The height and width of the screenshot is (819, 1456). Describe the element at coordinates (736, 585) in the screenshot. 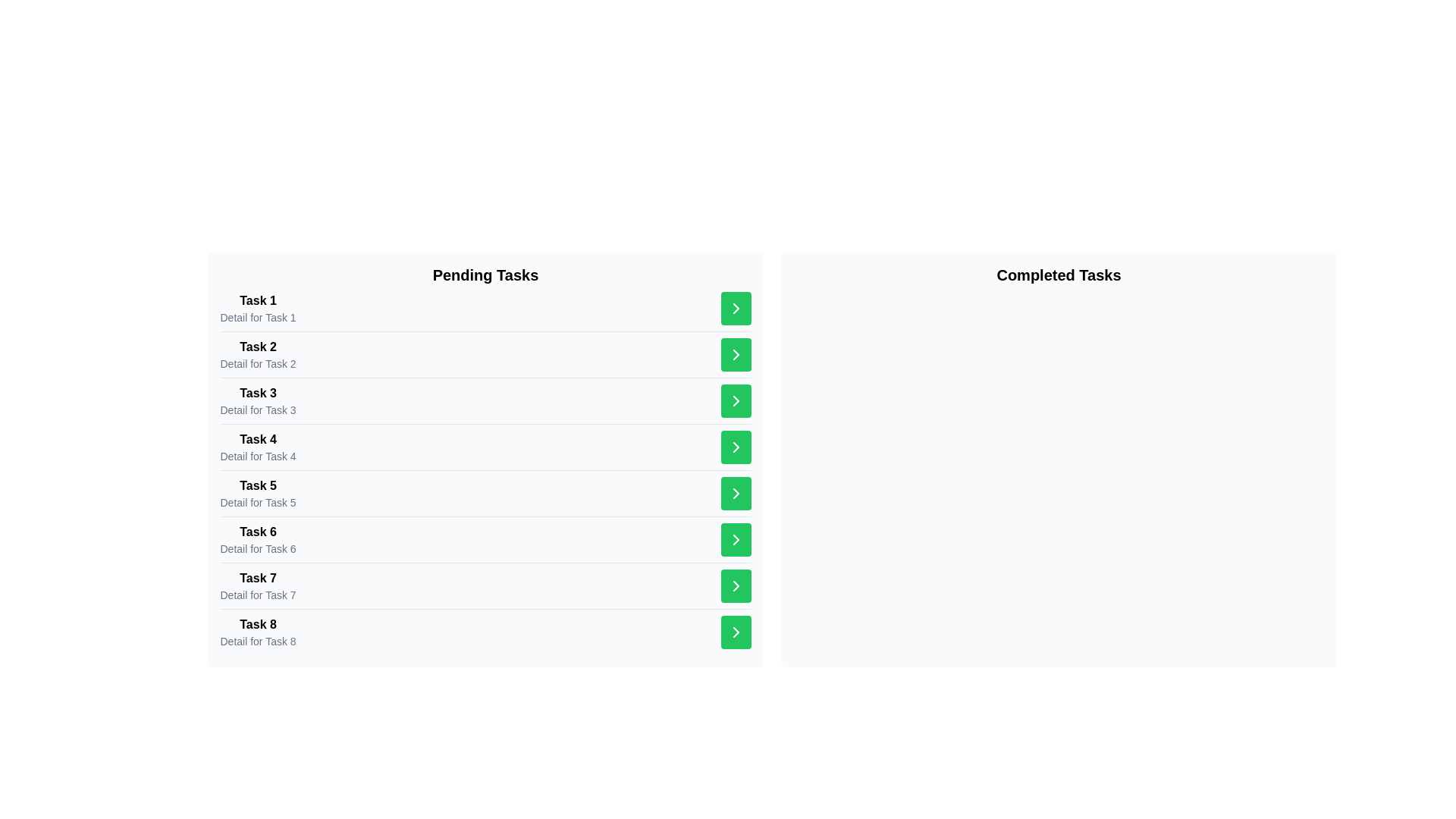

I see `the navigation button for task 8 located in the eighth row of the 'Pending Tasks' list` at that location.